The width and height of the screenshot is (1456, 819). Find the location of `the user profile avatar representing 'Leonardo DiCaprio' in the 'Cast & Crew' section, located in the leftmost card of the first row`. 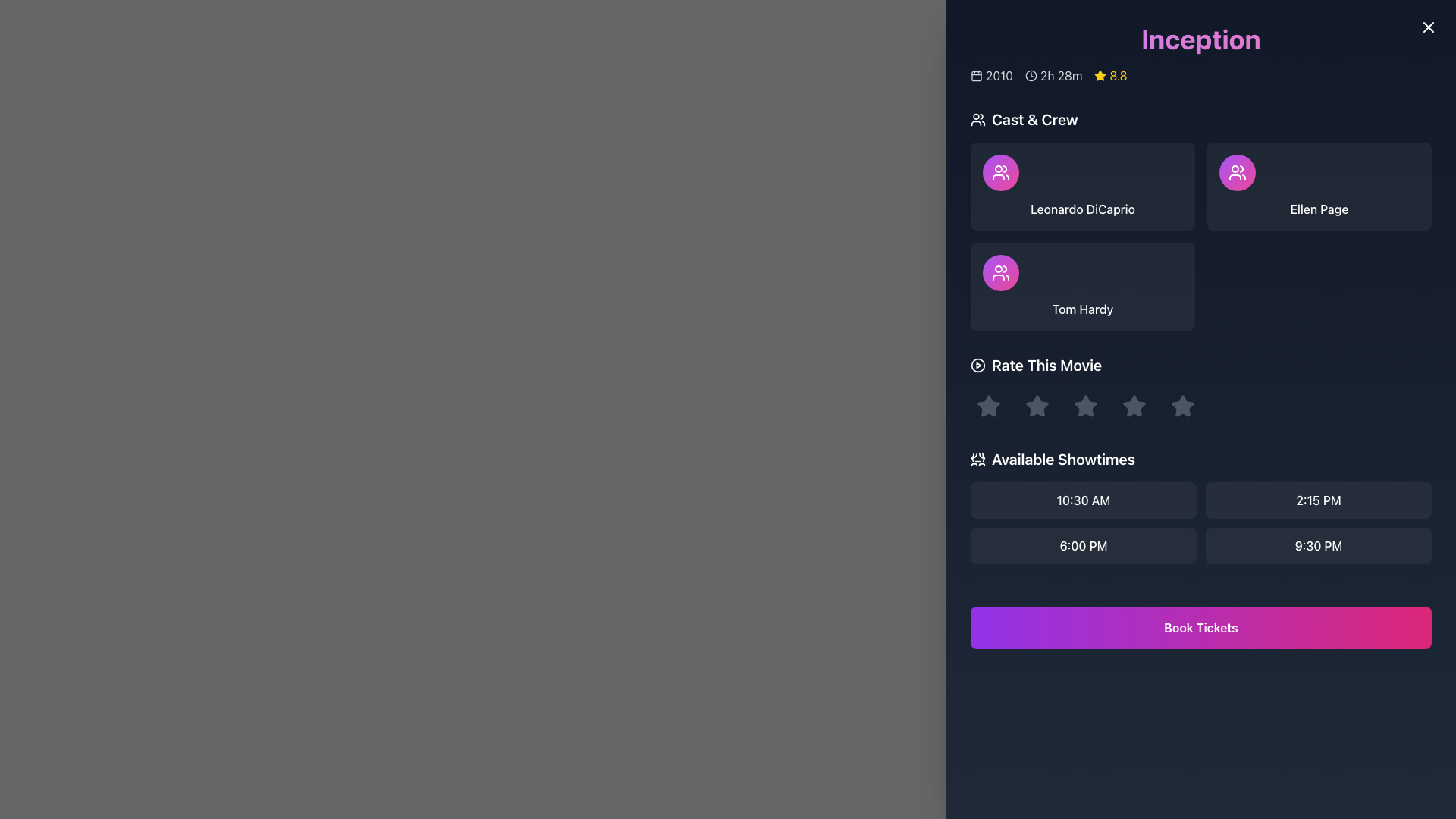

the user profile avatar representing 'Leonardo DiCaprio' in the 'Cast & Crew' section, located in the leftmost card of the first row is located at coordinates (1001, 171).